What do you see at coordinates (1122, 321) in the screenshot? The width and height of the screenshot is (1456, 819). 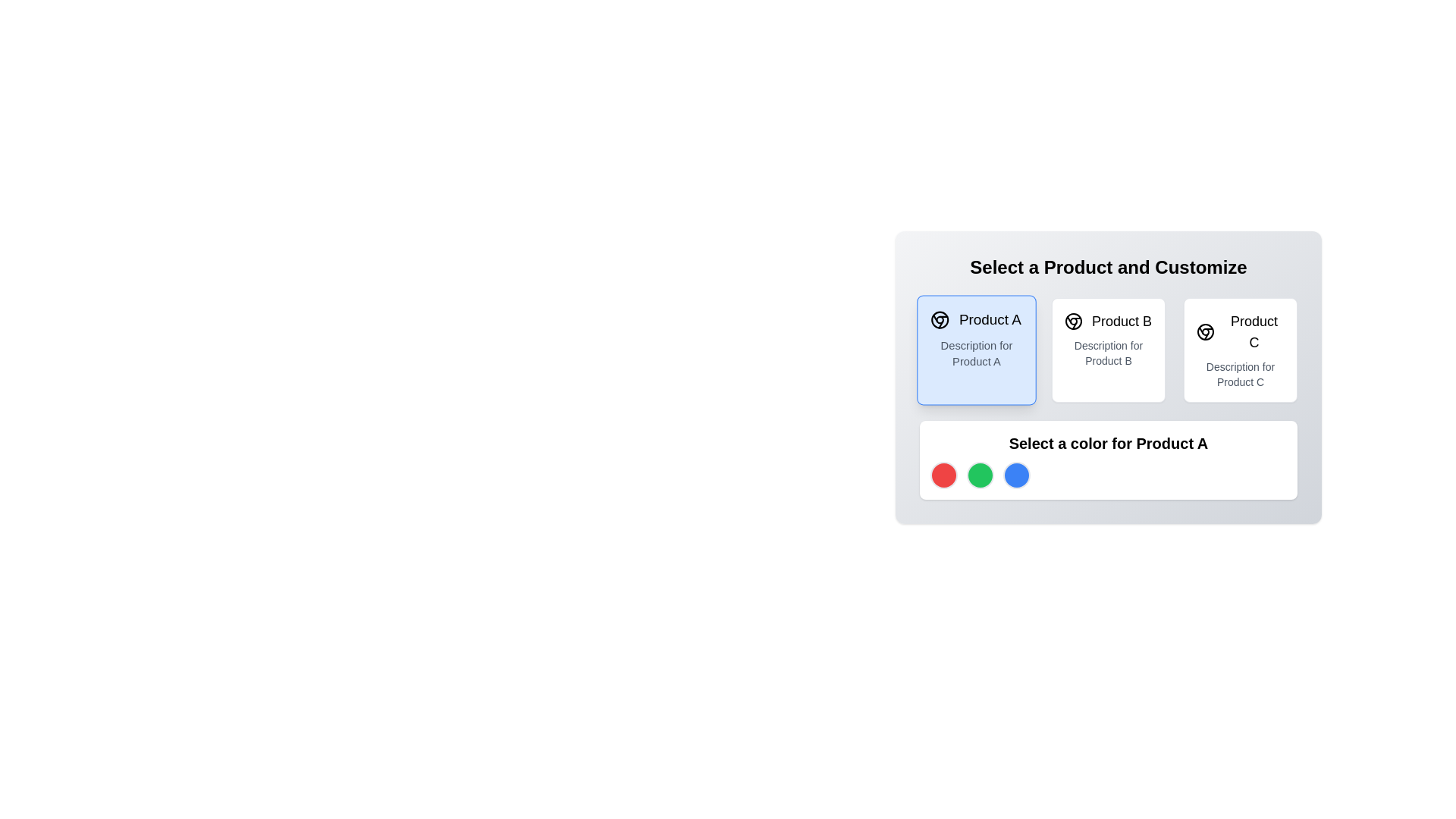 I see `the bold text label 'Product B' located in the second column of the product selection interface` at bounding box center [1122, 321].